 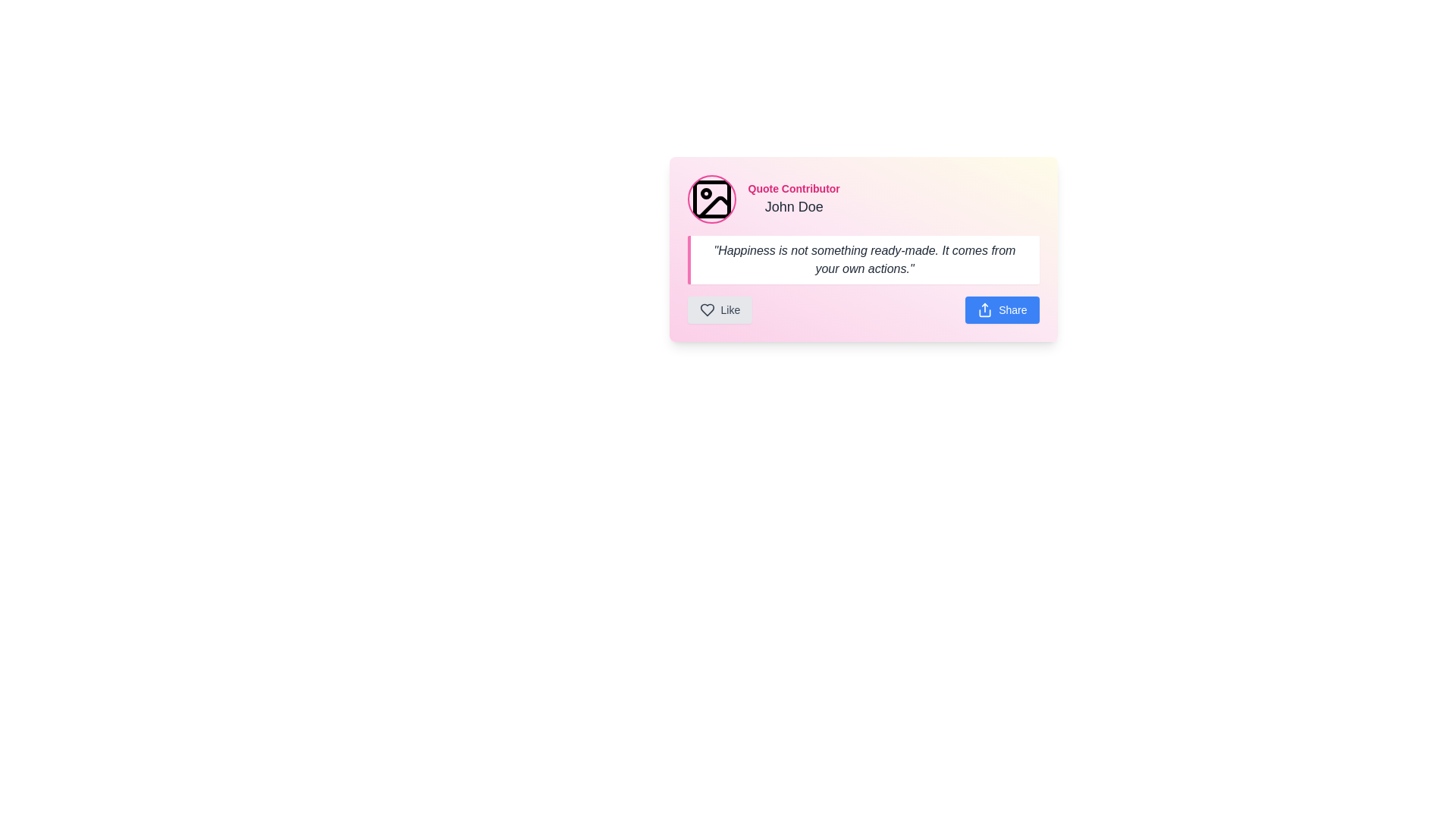 I want to click on the heart icon representing the 'Like' button, so click(x=706, y=309).